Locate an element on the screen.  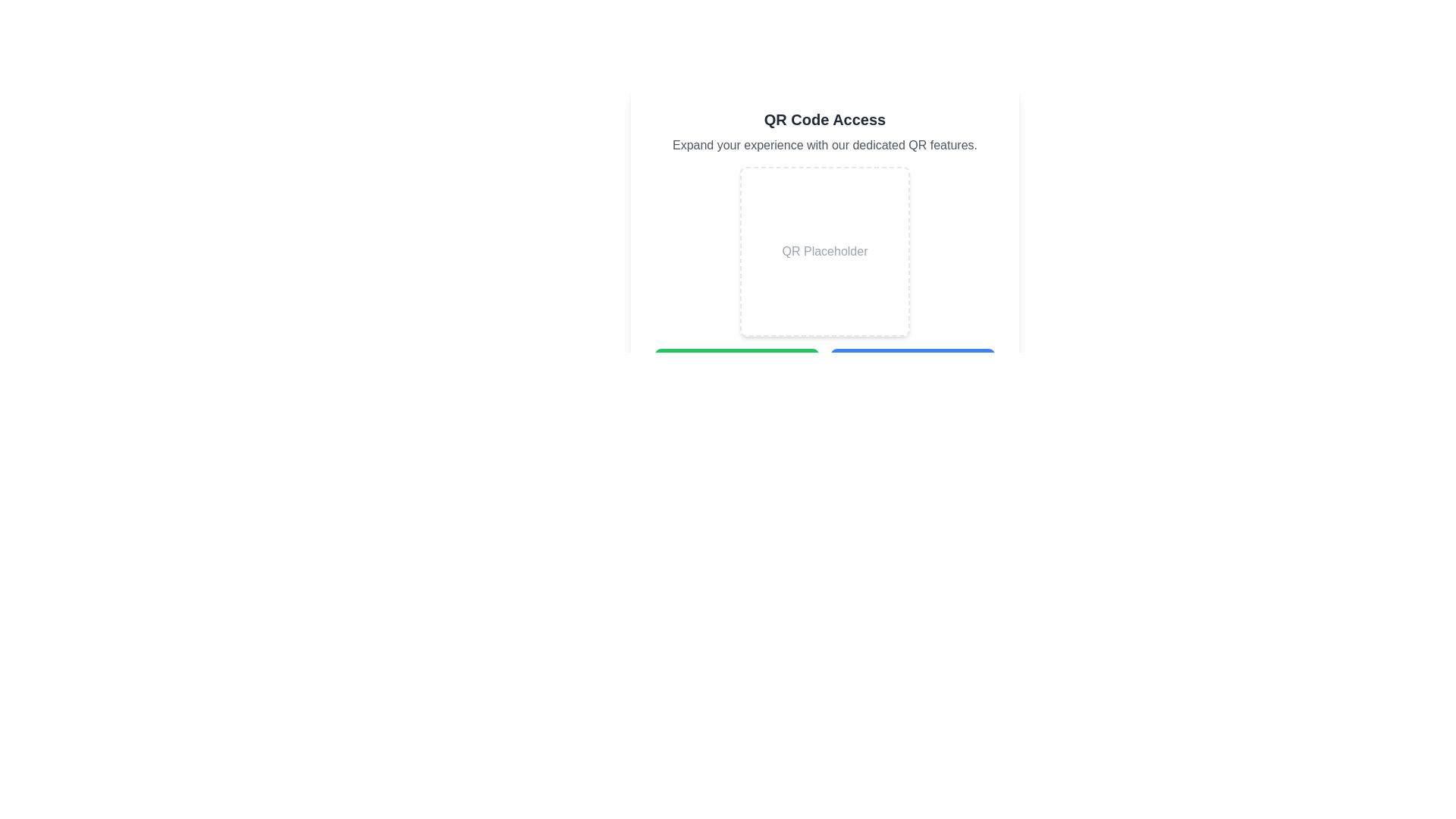
the green 'Copy QR Code' button located at the top-left of the button grid to copy the QR code is located at coordinates (736, 363).